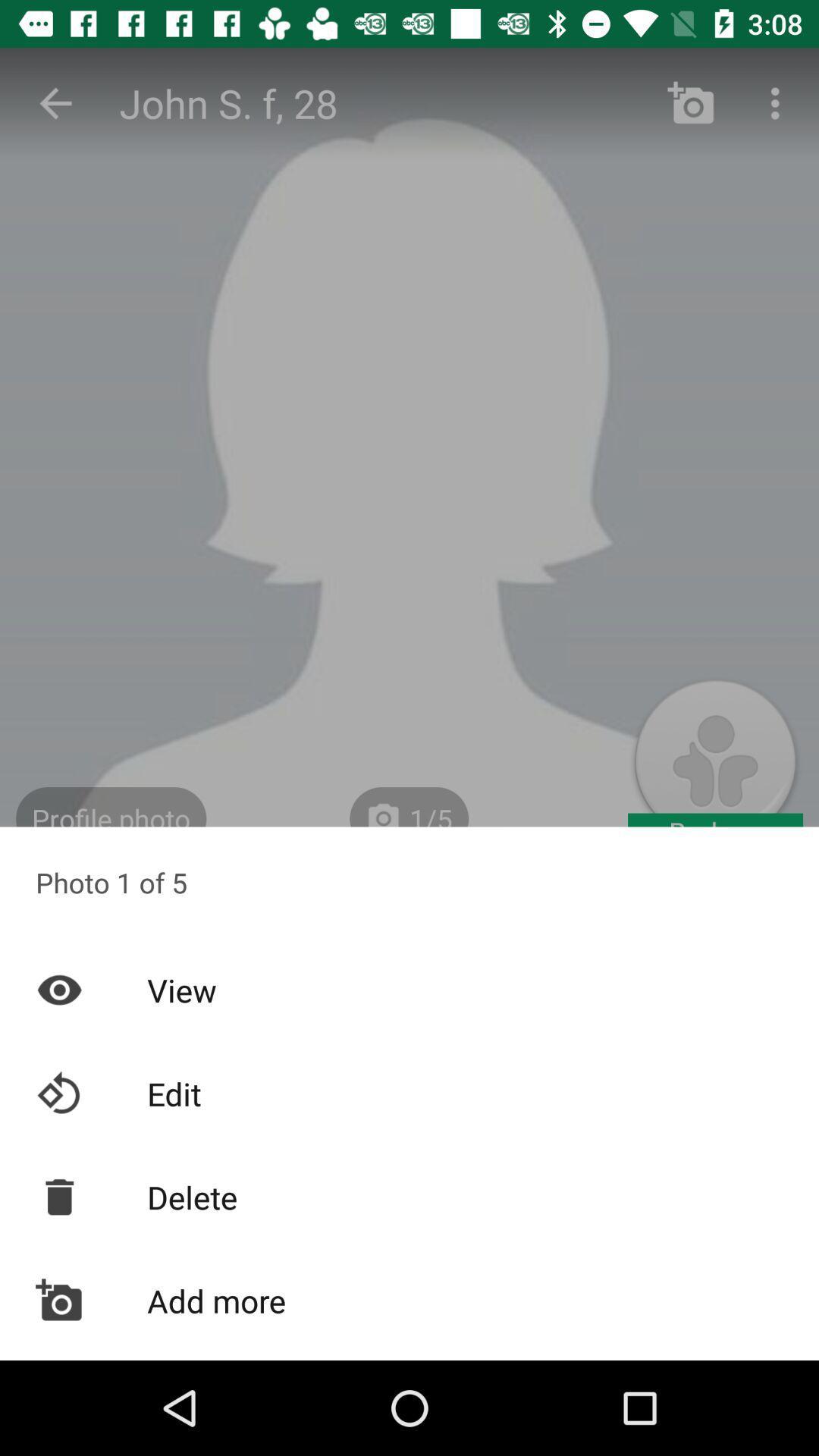 This screenshot has width=819, height=1456. Describe the element at coordinates (409, 1196) in the screenshot. I see `the delete` at that location.